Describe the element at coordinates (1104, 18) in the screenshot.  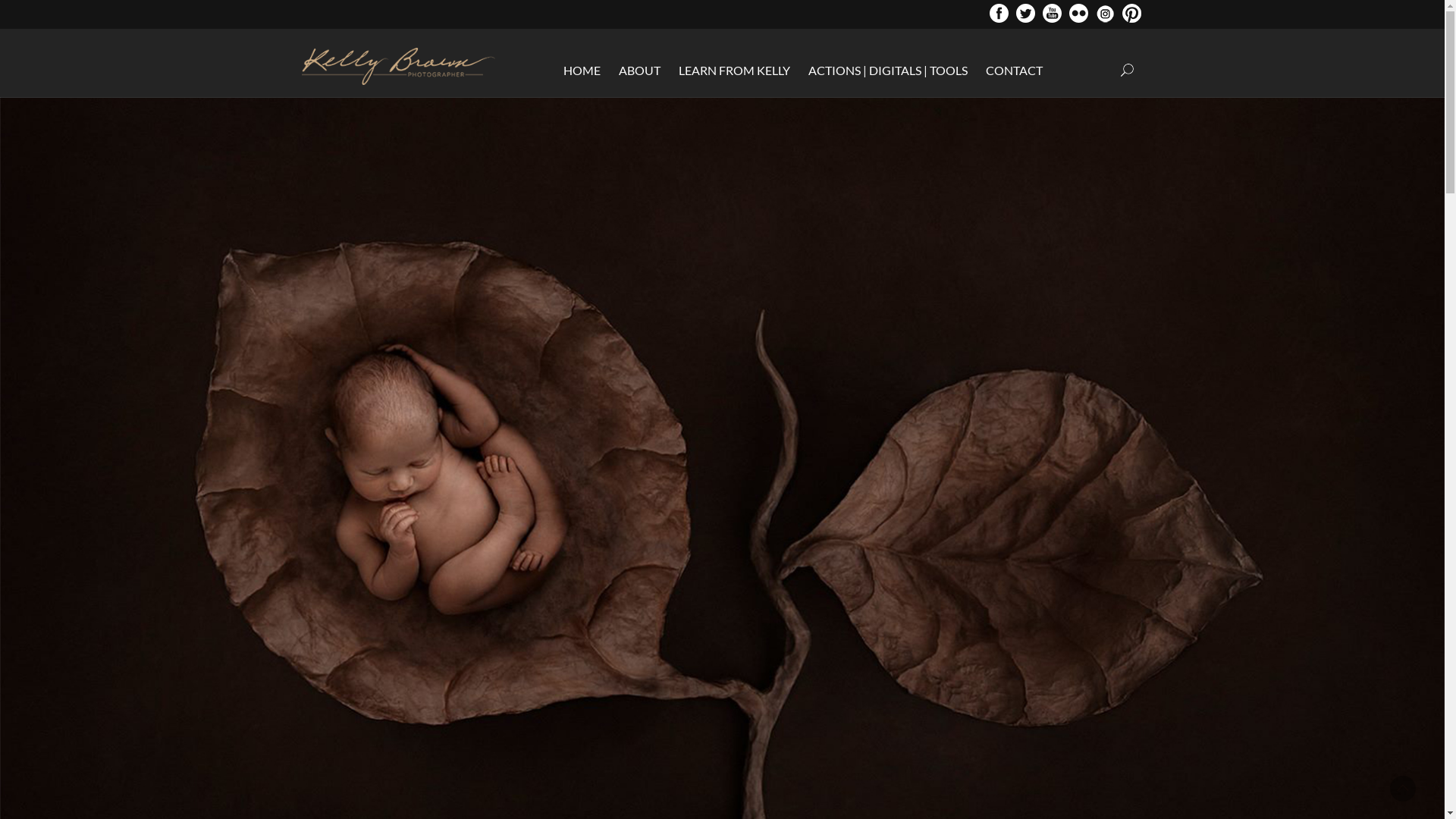
I see `'Instragram'` at that location.